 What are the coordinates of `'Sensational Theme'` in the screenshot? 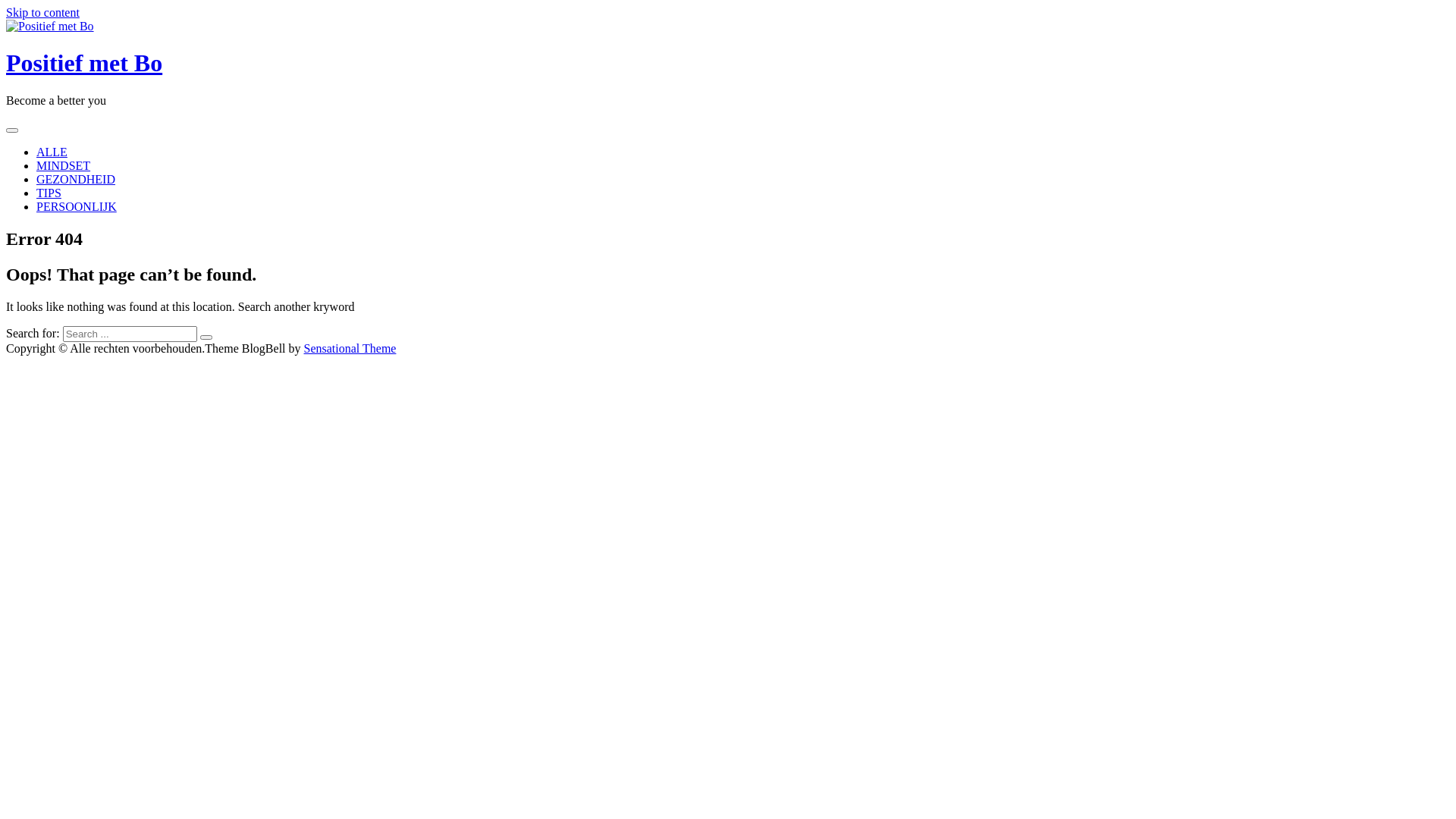 It's located at (303, 348).